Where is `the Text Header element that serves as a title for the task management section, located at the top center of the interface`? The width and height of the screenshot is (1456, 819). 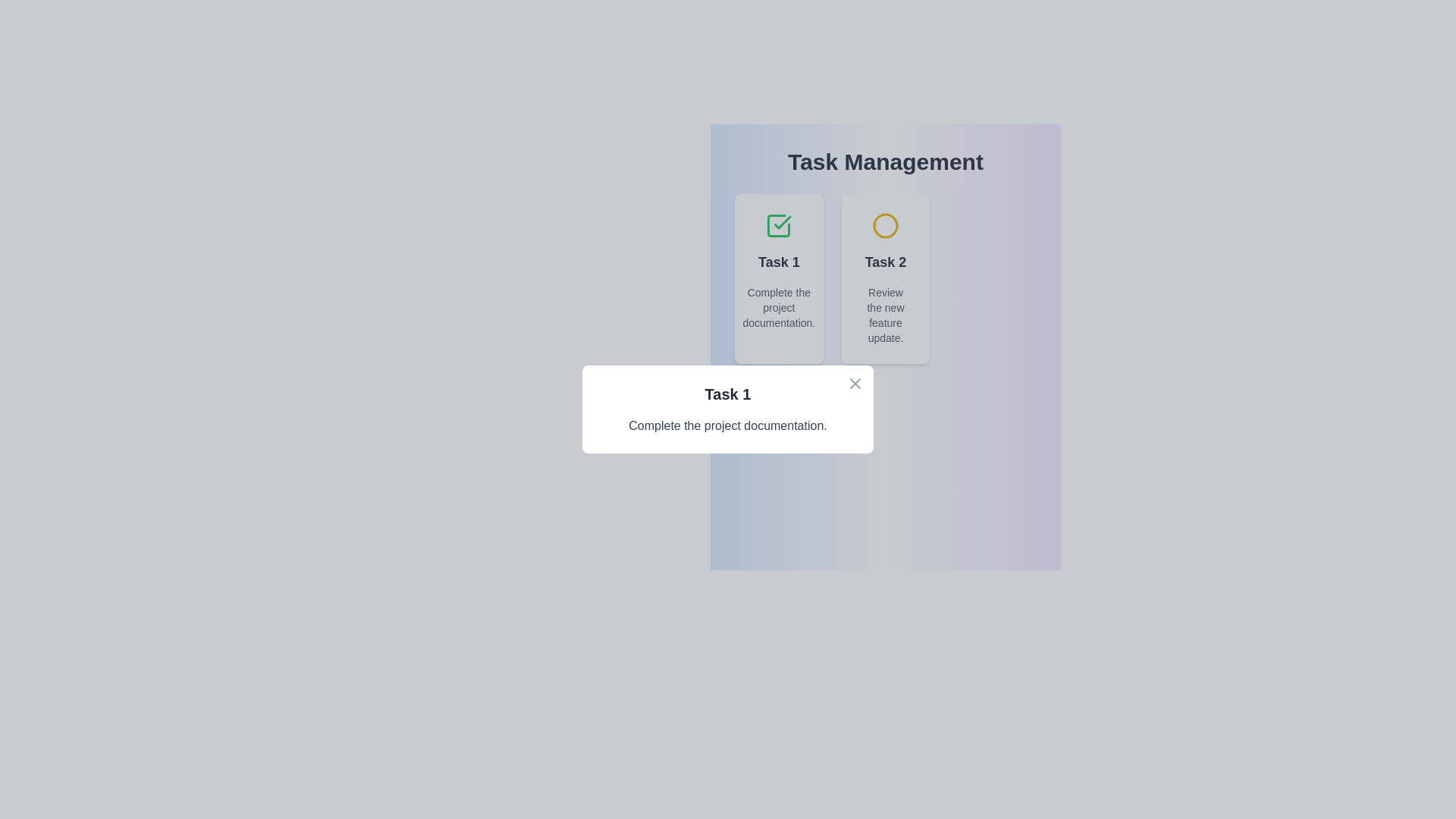
the Text Header element that serves as a title for the task management section, located at the top center of the interface is located at coordinates (885, 162).